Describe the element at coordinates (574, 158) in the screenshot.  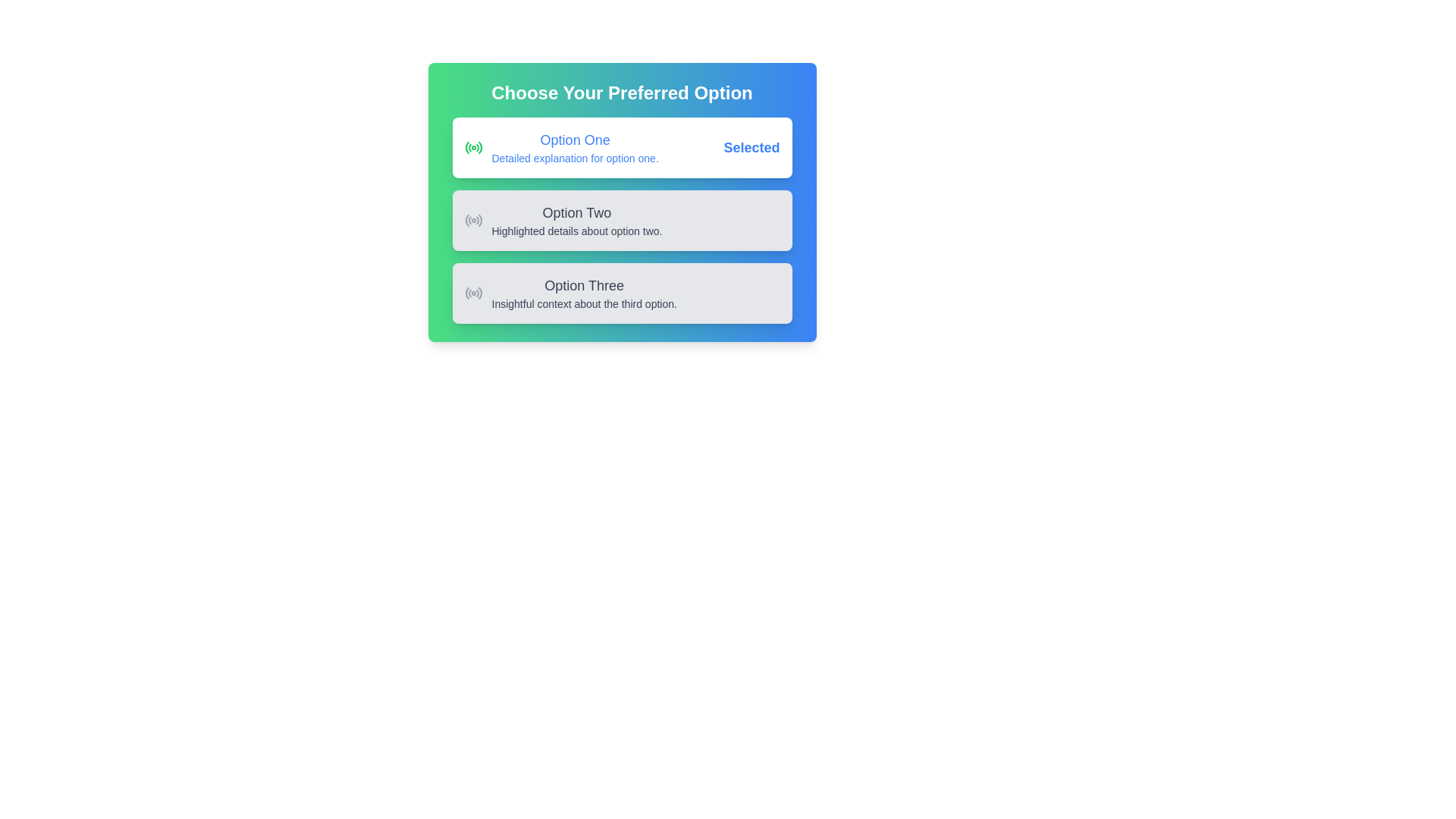
I see `detailed description of the Text Label that provides additional information related to 'Option One', which is centrally aligned below the title 'Option One'` at that location.